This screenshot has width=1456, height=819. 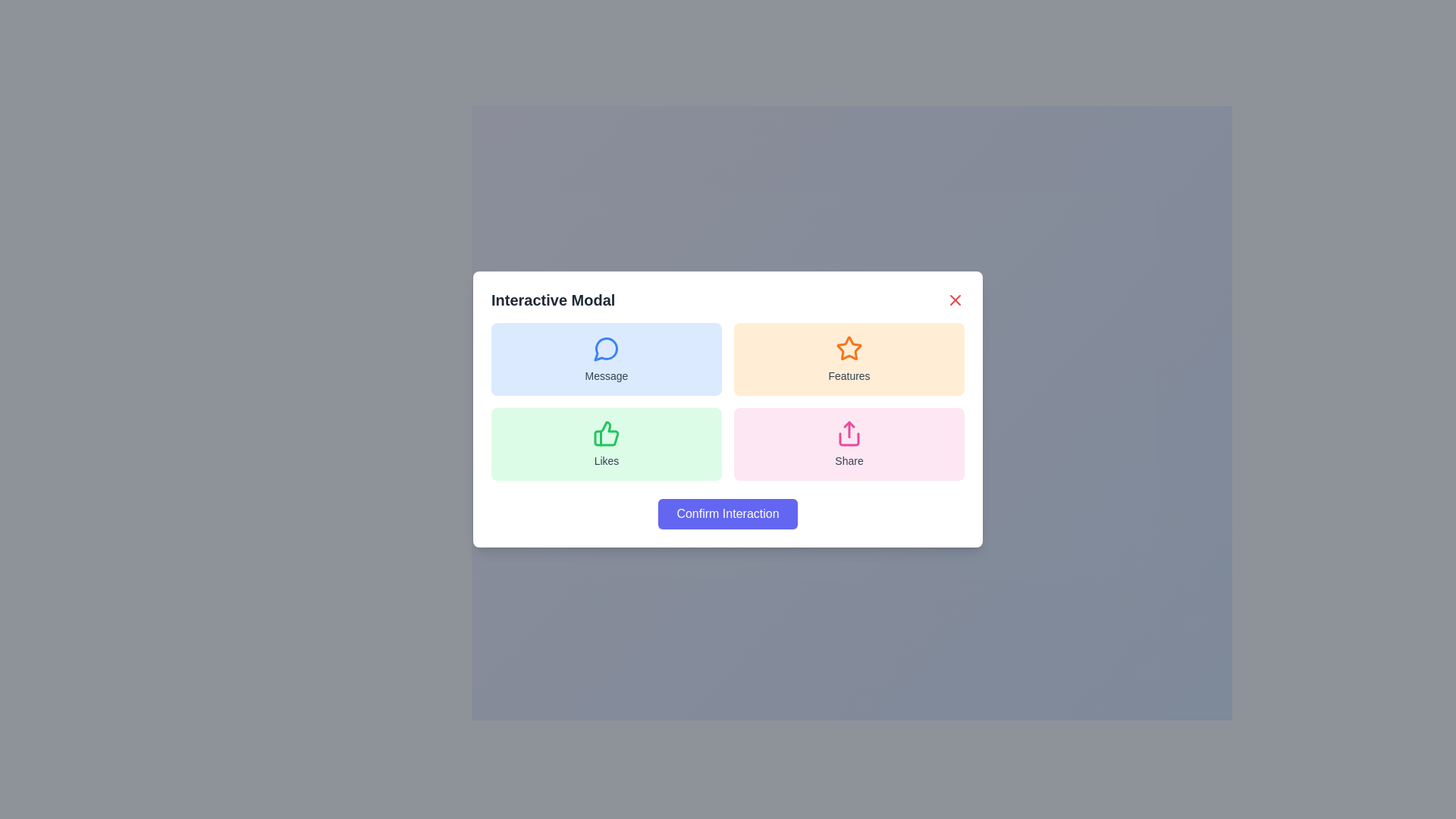 I want to click on the 'Confirm Interaction' button, which is a rectangular button with rounded edges in vibrant indigo color located at the center-bottom of the modal dialog box, so click(x=728, y=513).